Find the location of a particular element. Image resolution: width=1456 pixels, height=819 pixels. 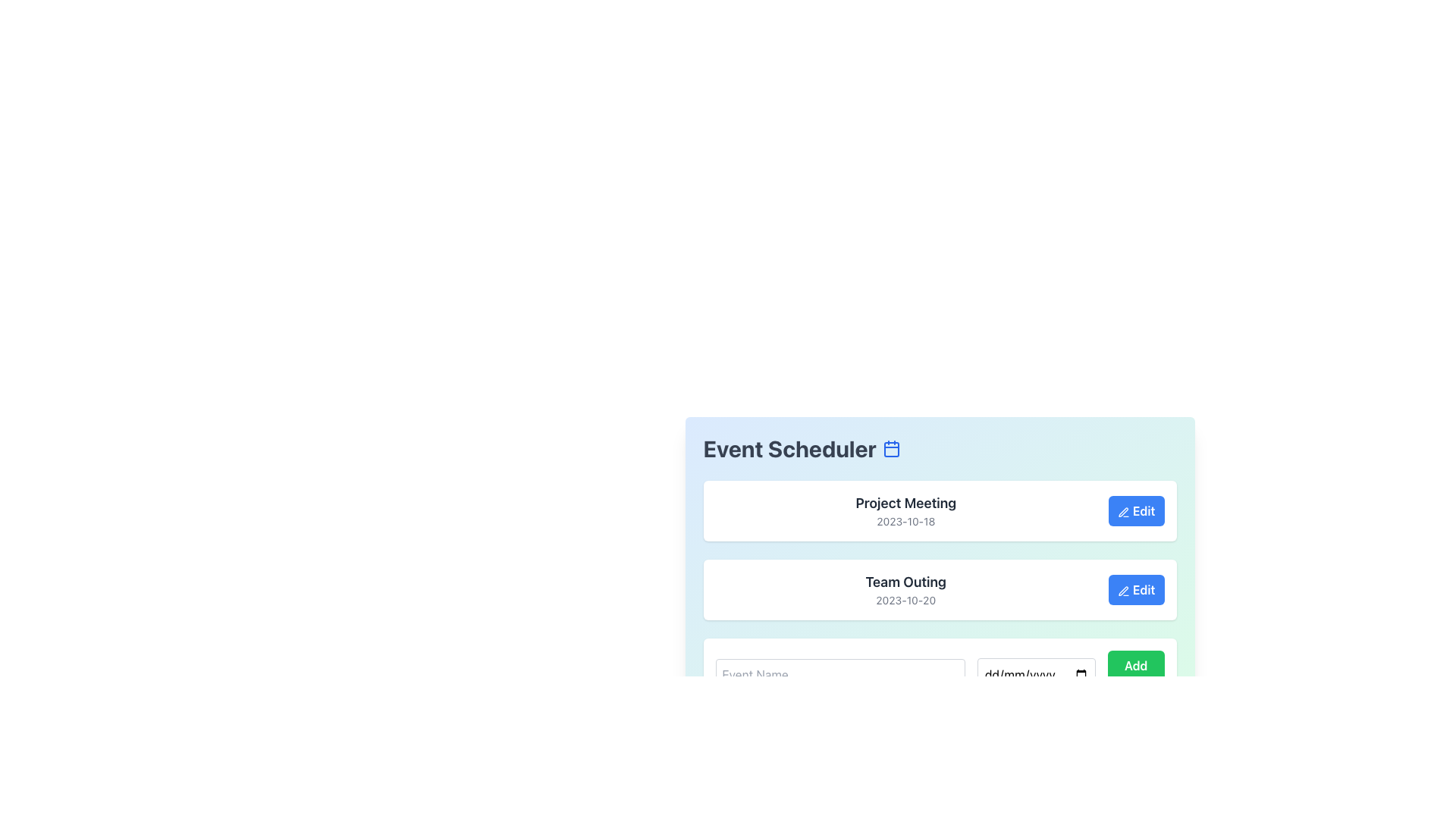

decorative graphical component of the calendar icon located in the top-right region of the interface near the 'Event Scheduler' header for style or structure is located at coordinates (892, 449).